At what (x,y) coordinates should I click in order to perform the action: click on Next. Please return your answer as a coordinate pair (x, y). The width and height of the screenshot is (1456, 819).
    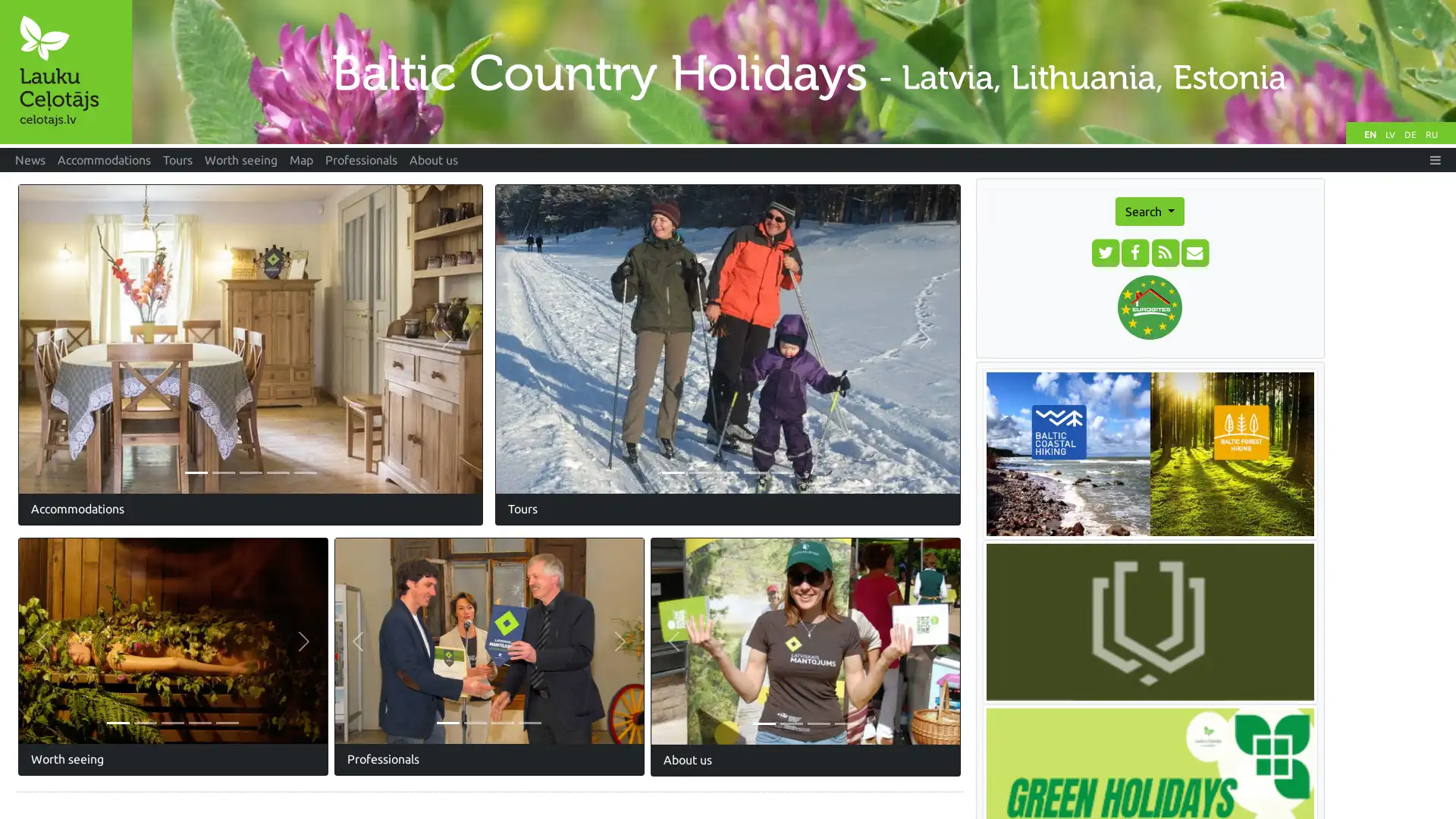
    Looking at the image, I should click on (303, 641).